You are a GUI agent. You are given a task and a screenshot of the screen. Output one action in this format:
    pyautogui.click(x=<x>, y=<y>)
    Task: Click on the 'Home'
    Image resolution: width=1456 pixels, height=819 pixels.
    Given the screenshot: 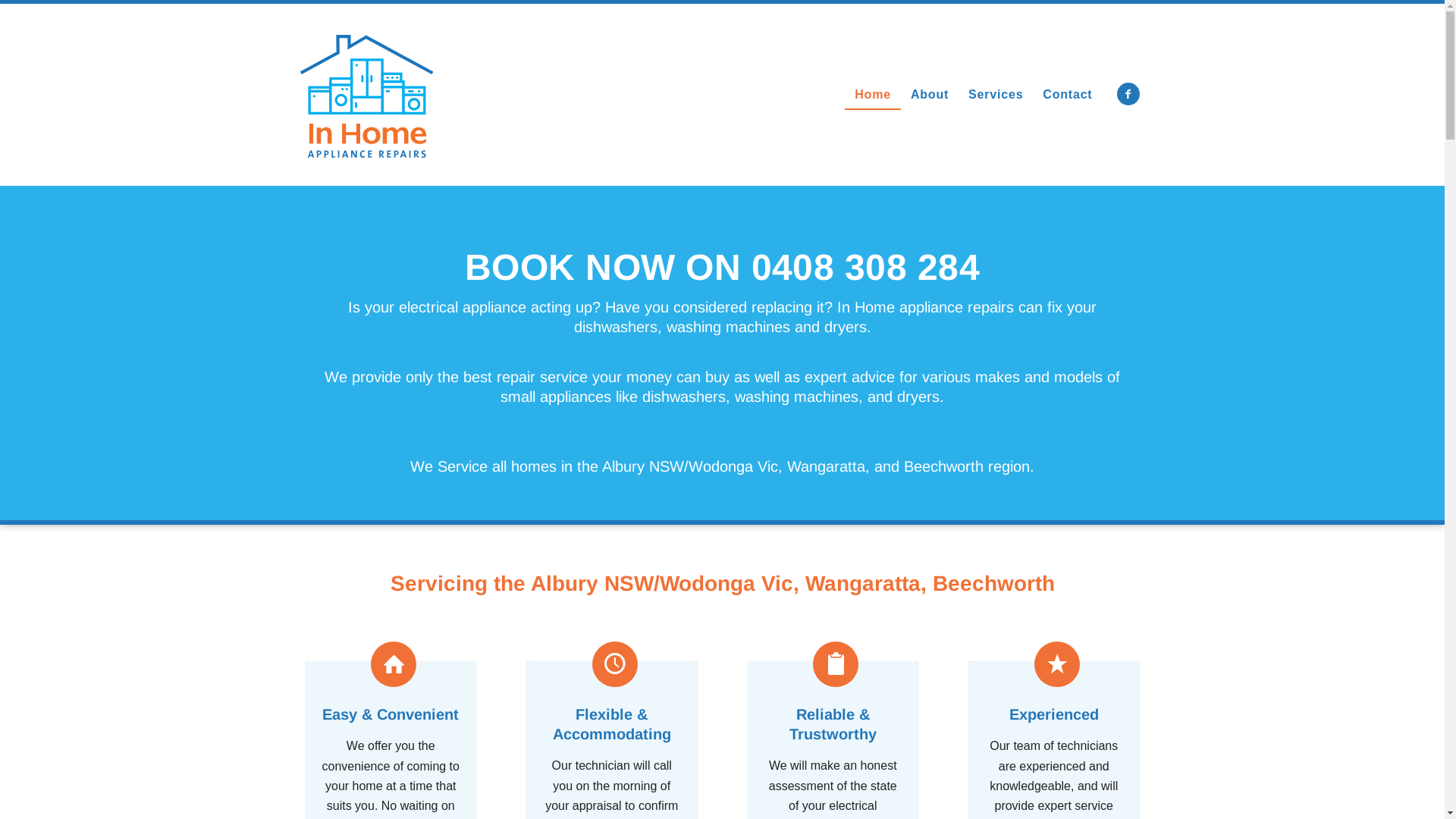 What is the action you would take?
    pyautogui.click(x=873, y=94)
    